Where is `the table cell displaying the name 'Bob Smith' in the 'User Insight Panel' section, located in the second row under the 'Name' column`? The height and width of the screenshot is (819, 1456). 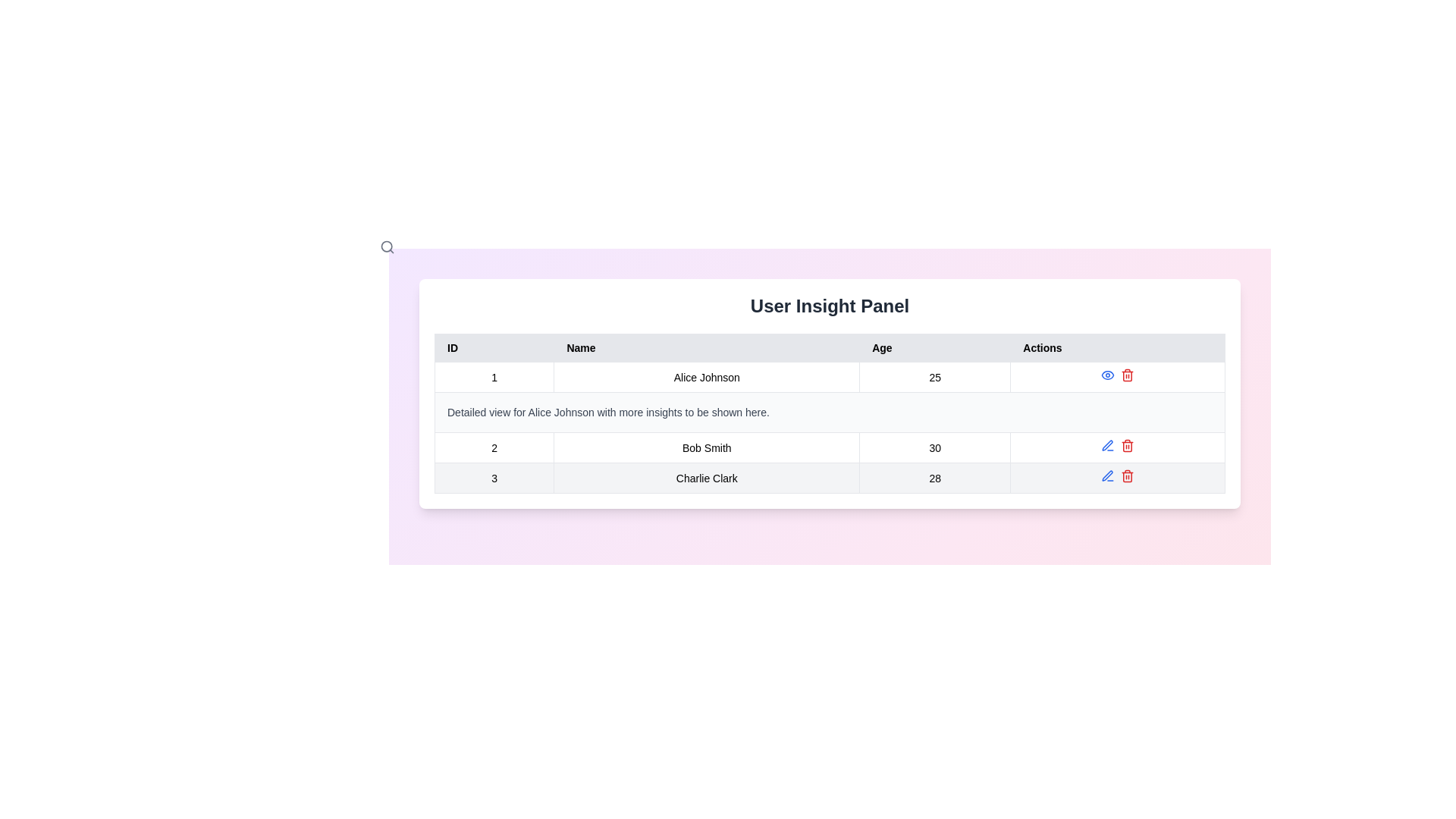 the table cell displaying the name 'Bob Smith' in the 'User Insight Panel' section, located in the second row under the 'Name' column is located at coordinates (706, 447).